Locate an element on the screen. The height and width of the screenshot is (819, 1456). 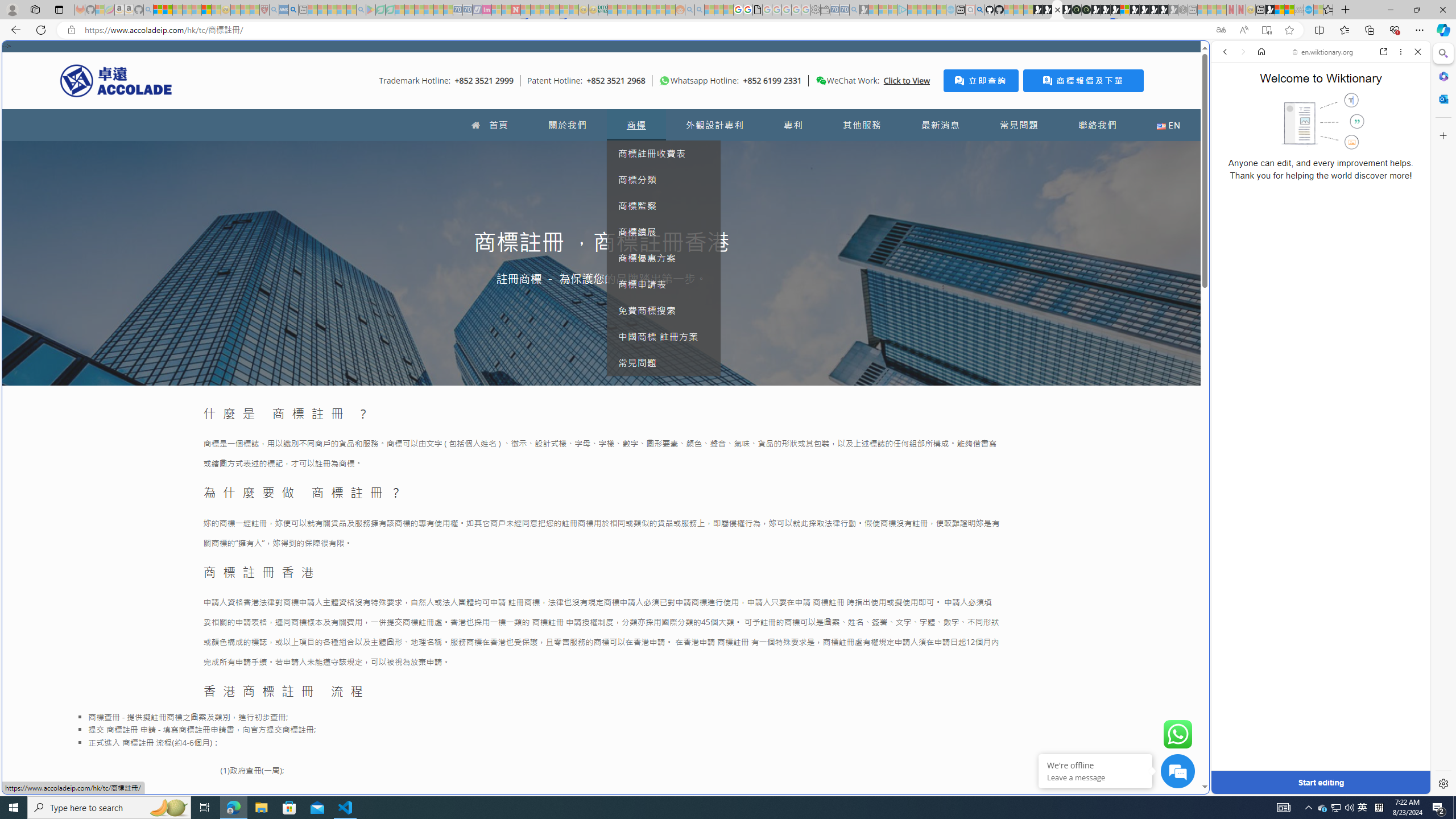
'Services - Maintenance | Sky Blue Bikes - Sky Blue Bikes' is located at coordinates (1308, 9).